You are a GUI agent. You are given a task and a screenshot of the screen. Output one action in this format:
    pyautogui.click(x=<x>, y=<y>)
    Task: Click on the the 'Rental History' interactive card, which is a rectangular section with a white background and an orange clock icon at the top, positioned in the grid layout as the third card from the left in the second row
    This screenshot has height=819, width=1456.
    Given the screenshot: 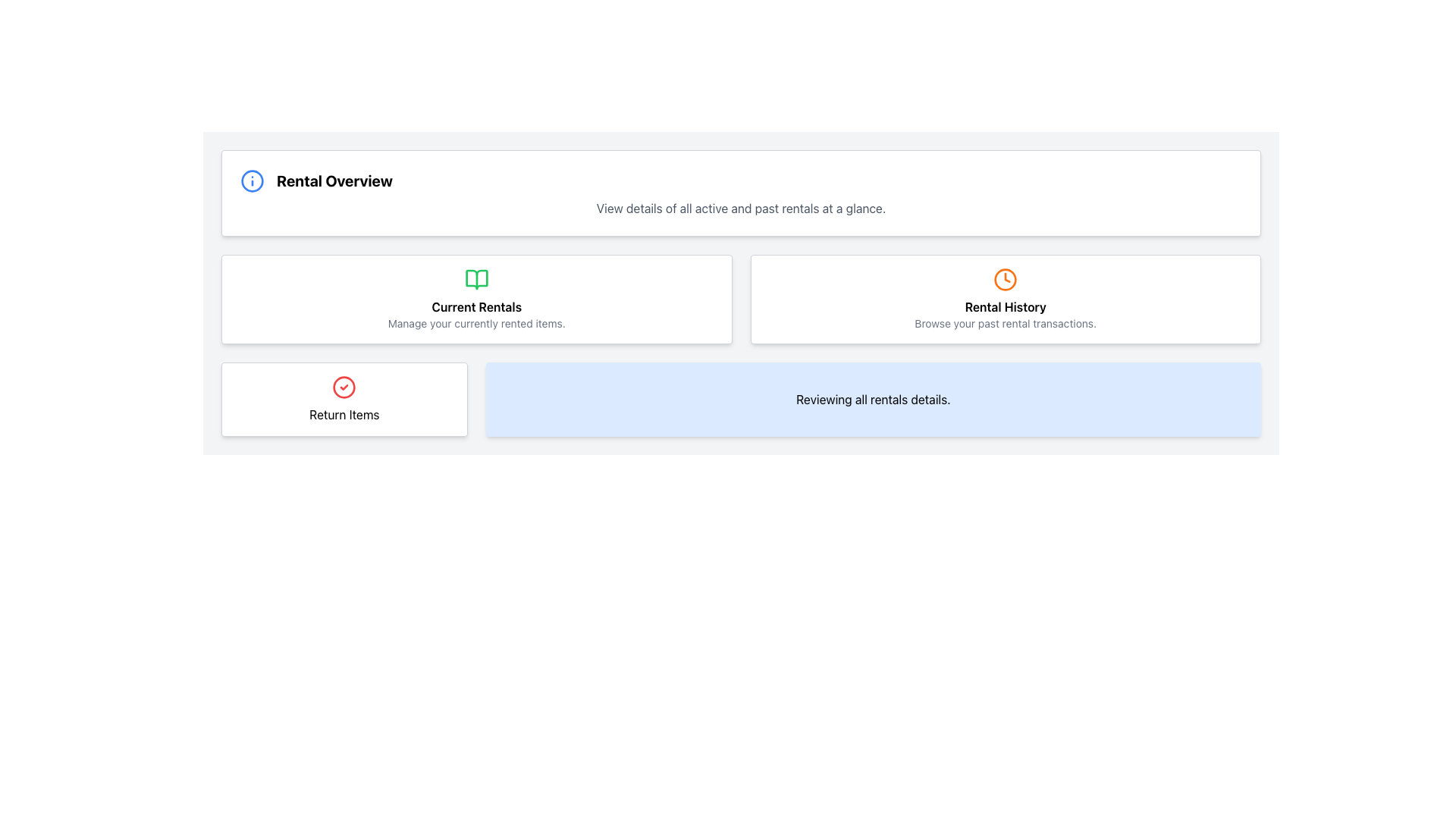 What is the action you would take?
    pyautogui.click(x=1006, y=299)
    